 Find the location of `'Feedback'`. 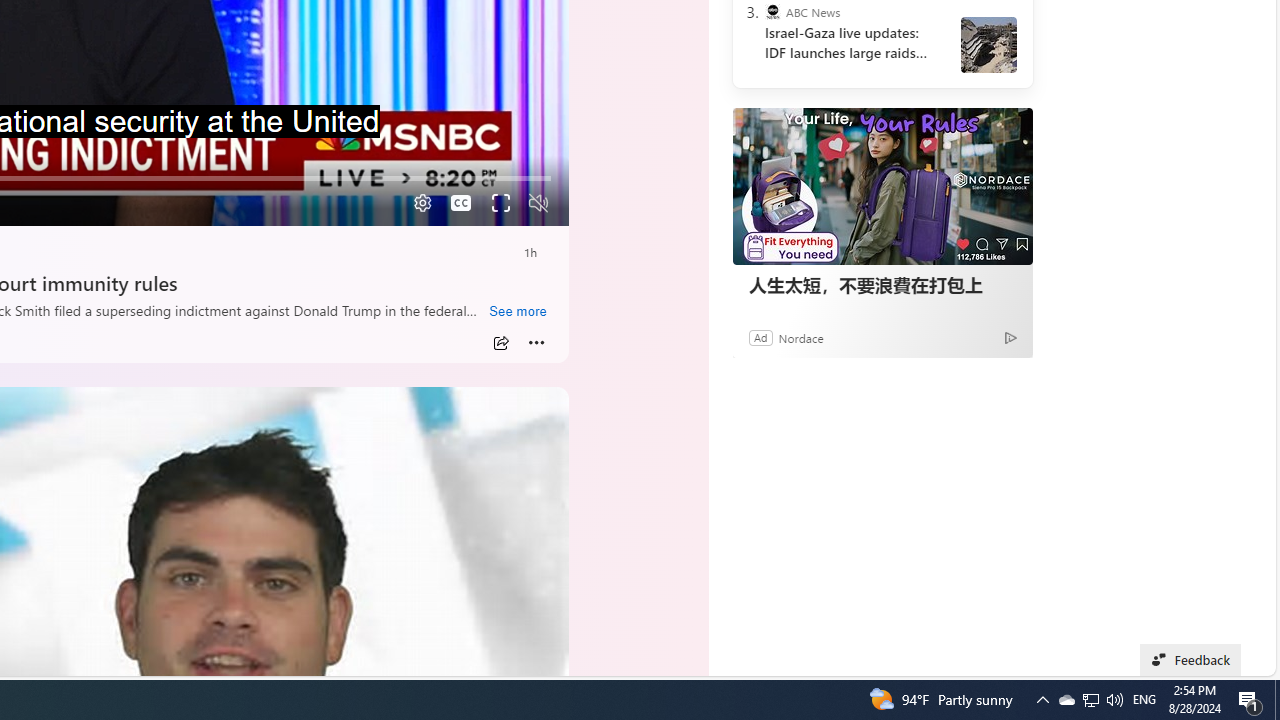

'Feedback' is located at coordinates (1191, 659).